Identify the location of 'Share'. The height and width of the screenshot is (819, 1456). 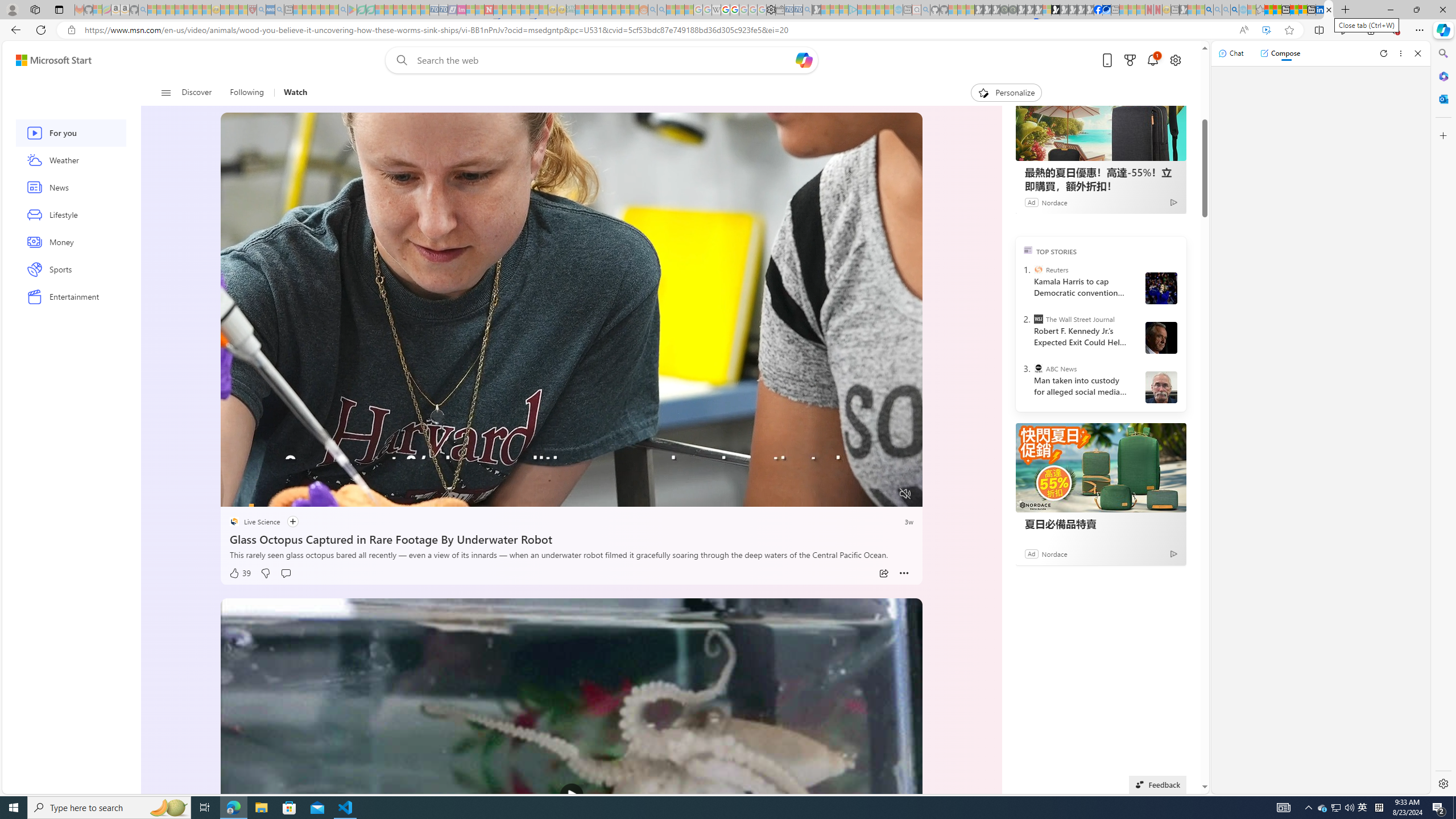
(883, 573).